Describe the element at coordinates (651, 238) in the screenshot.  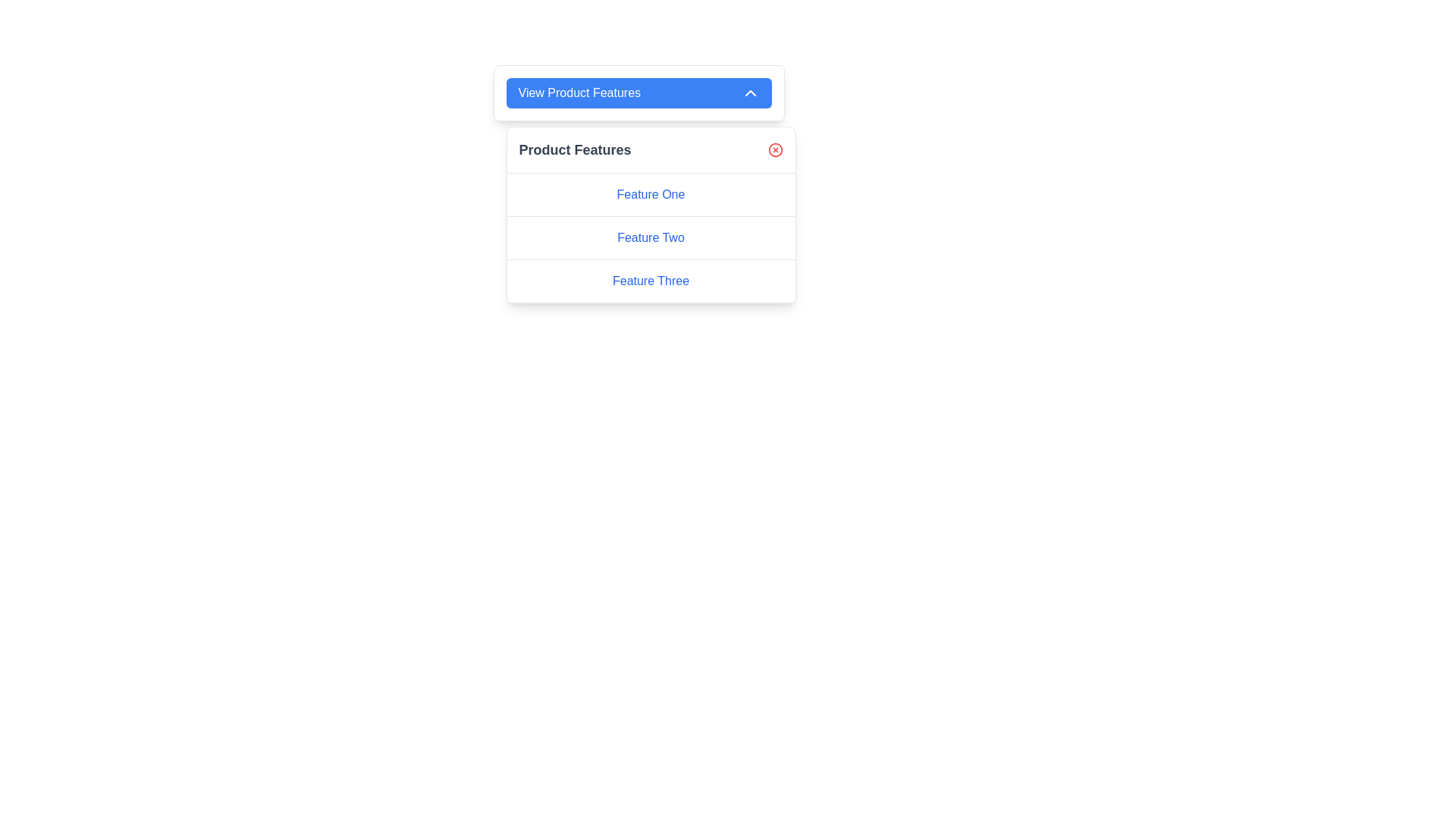
I see `the second list item under the 'Product Features' section` at that location.